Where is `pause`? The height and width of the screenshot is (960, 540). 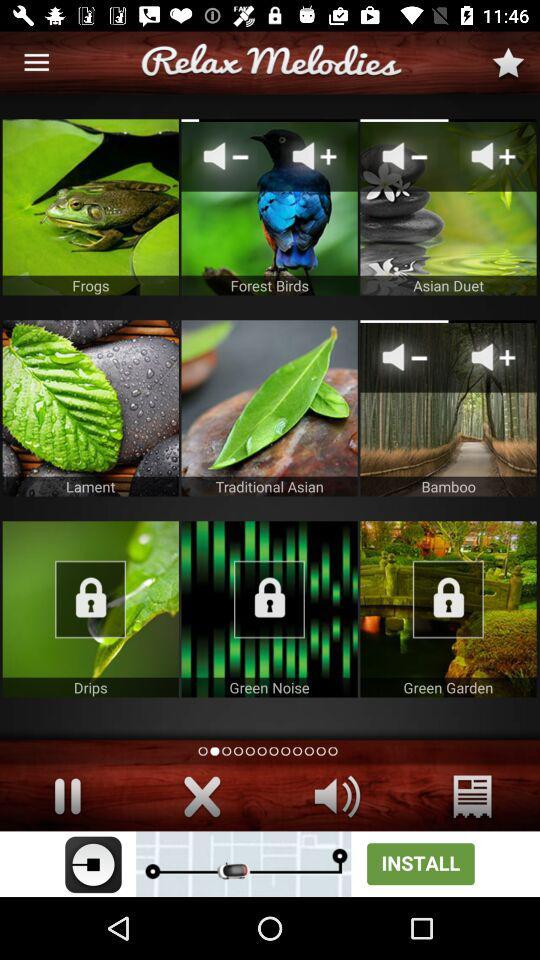 pause is located at coordinates (67, 796).